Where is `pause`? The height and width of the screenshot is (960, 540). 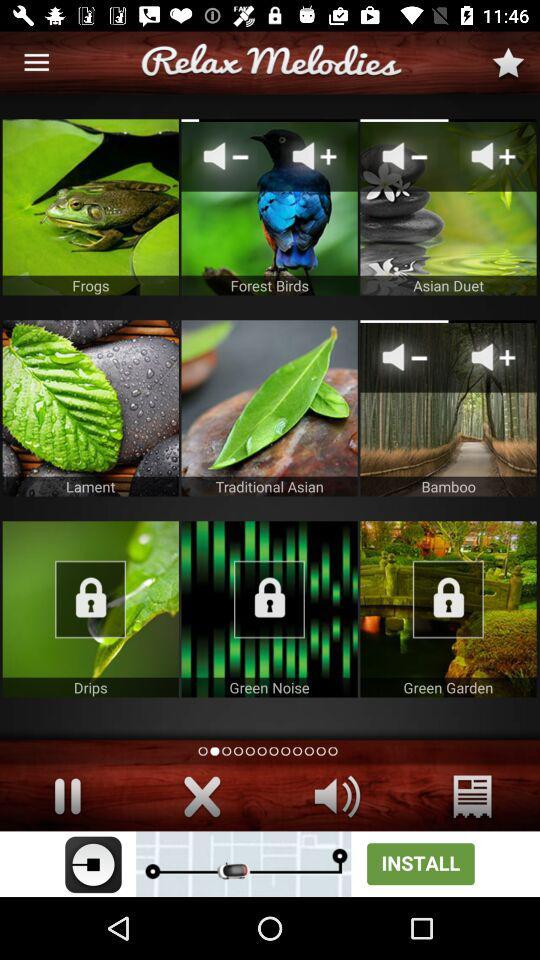 pause is located at coordinates (67, 796).